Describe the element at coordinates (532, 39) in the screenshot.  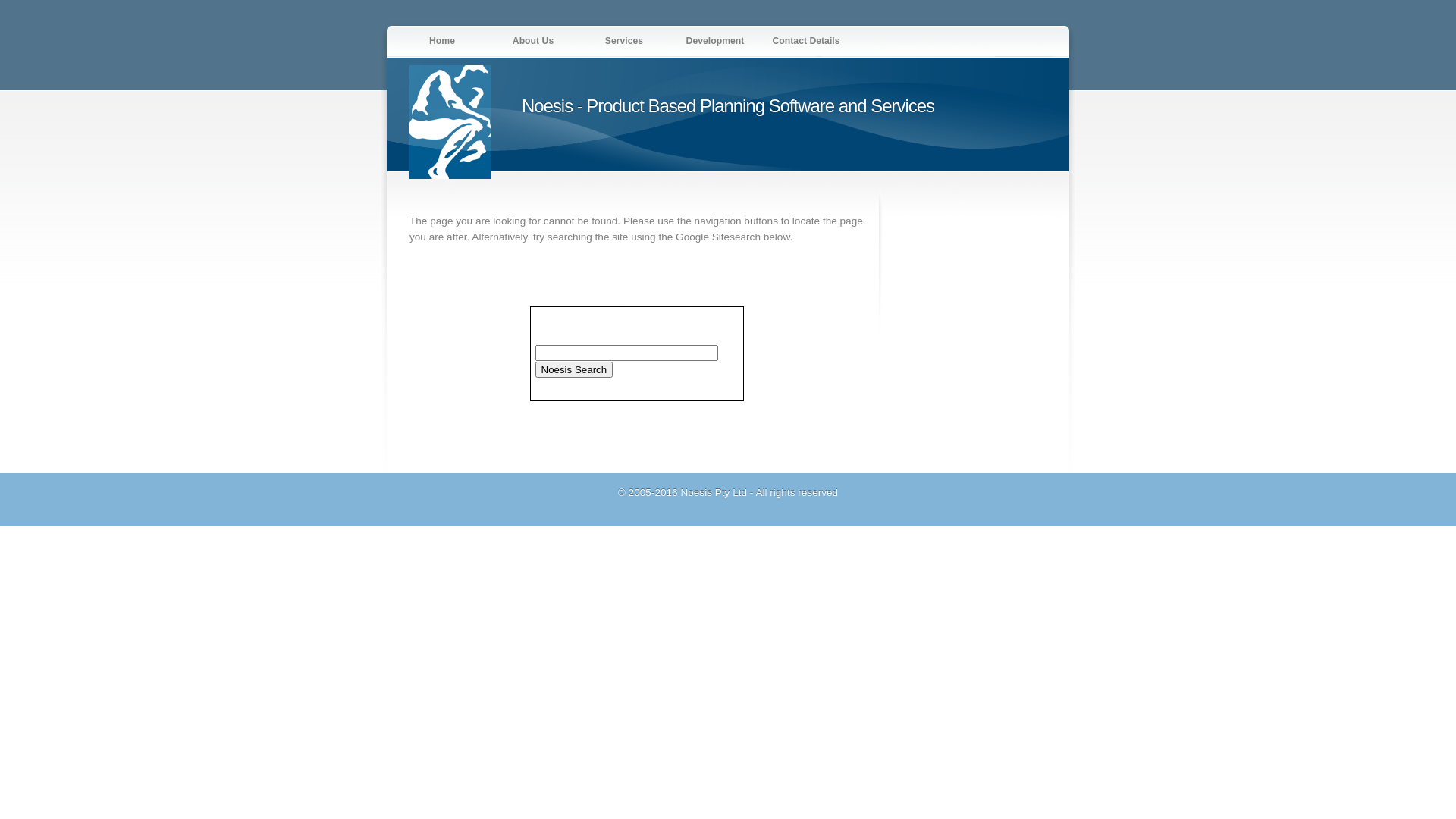
I see `'About Us'` at that location.